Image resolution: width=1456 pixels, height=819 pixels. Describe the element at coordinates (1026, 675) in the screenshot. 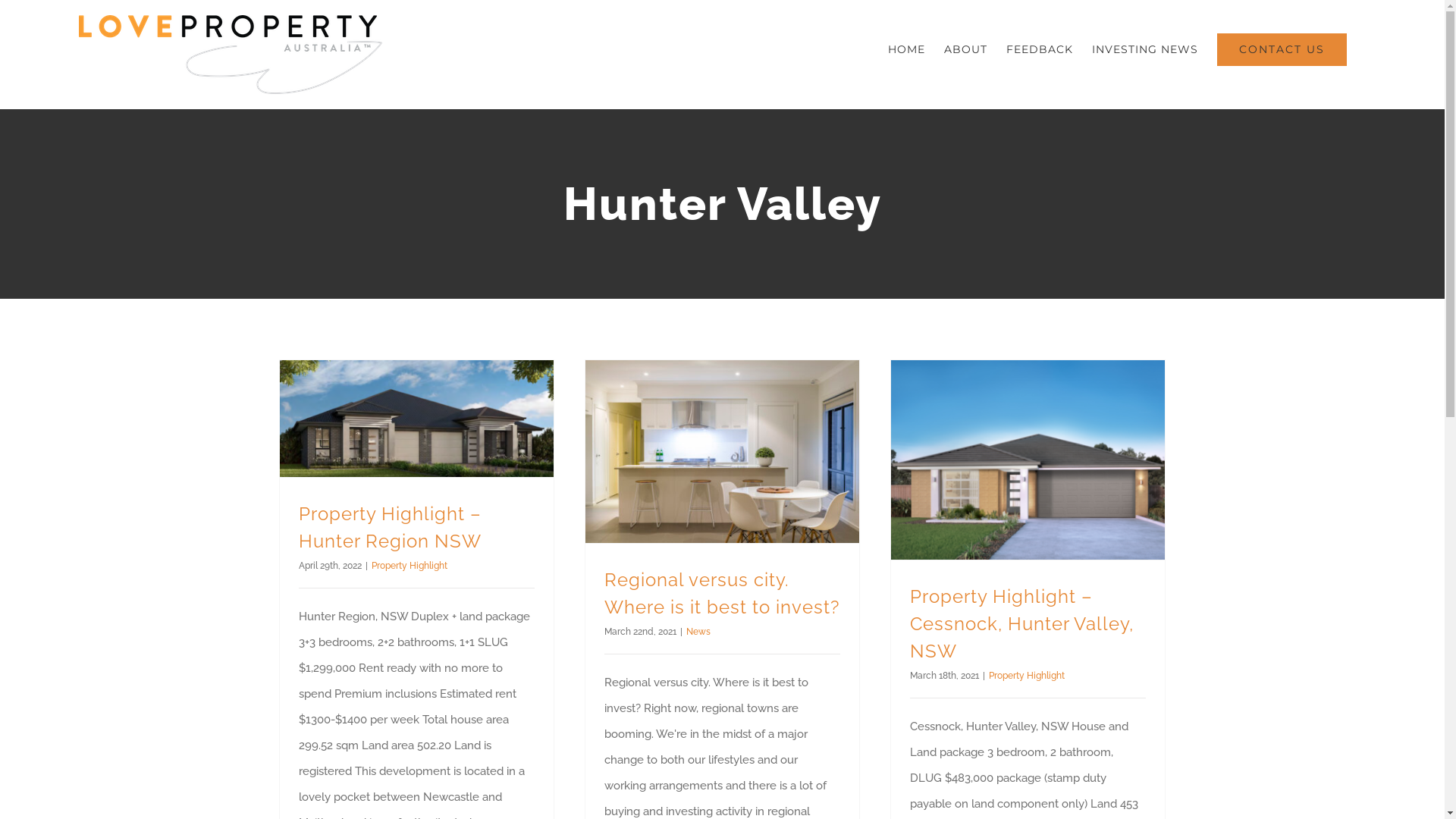

I see `'Property Highlight'` at that location.